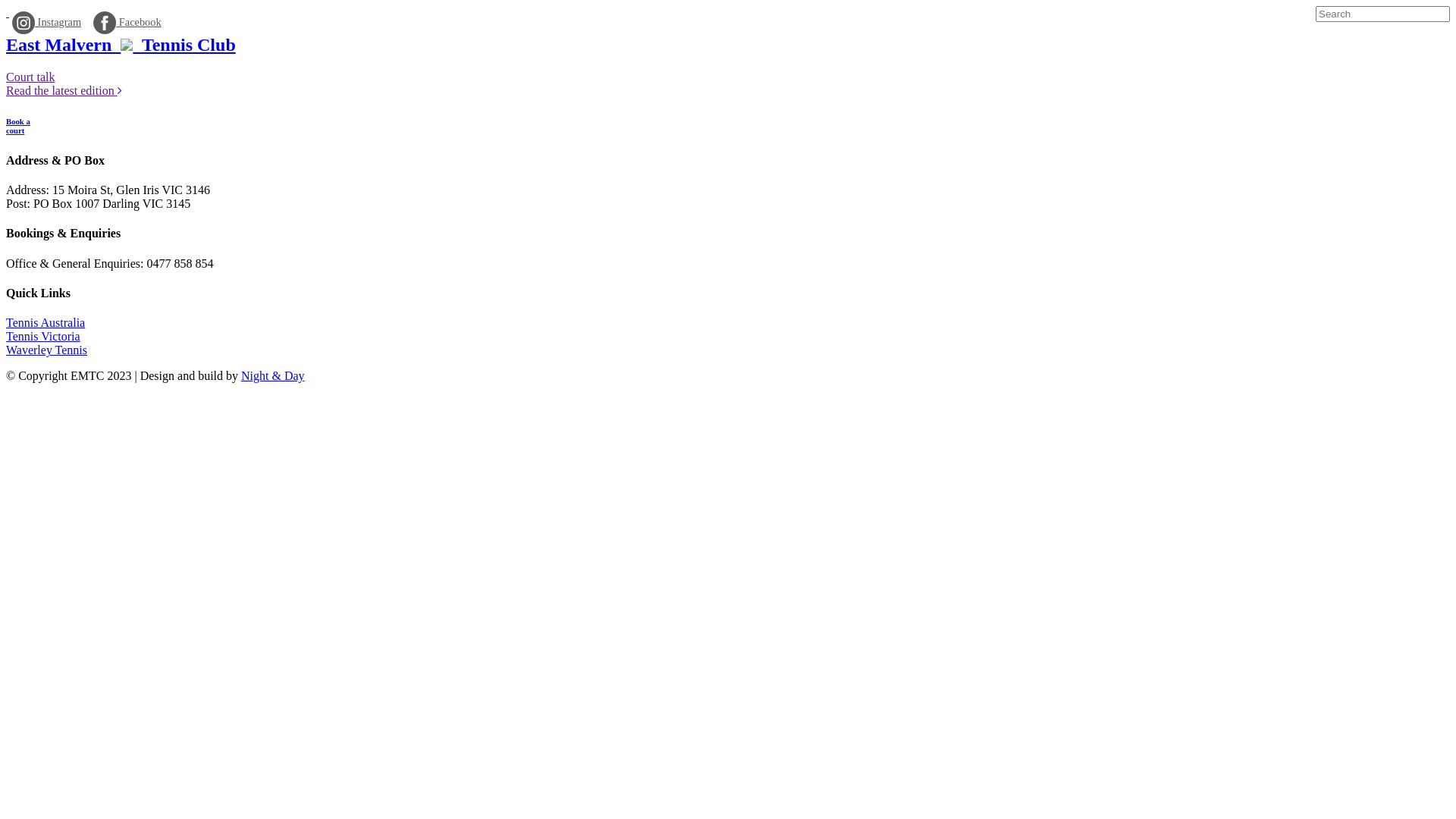 This screenshot has height=819, width=1456. Describe the element at coordinates (63, 83) in the screenshot. I see `'Court talk` at that location.